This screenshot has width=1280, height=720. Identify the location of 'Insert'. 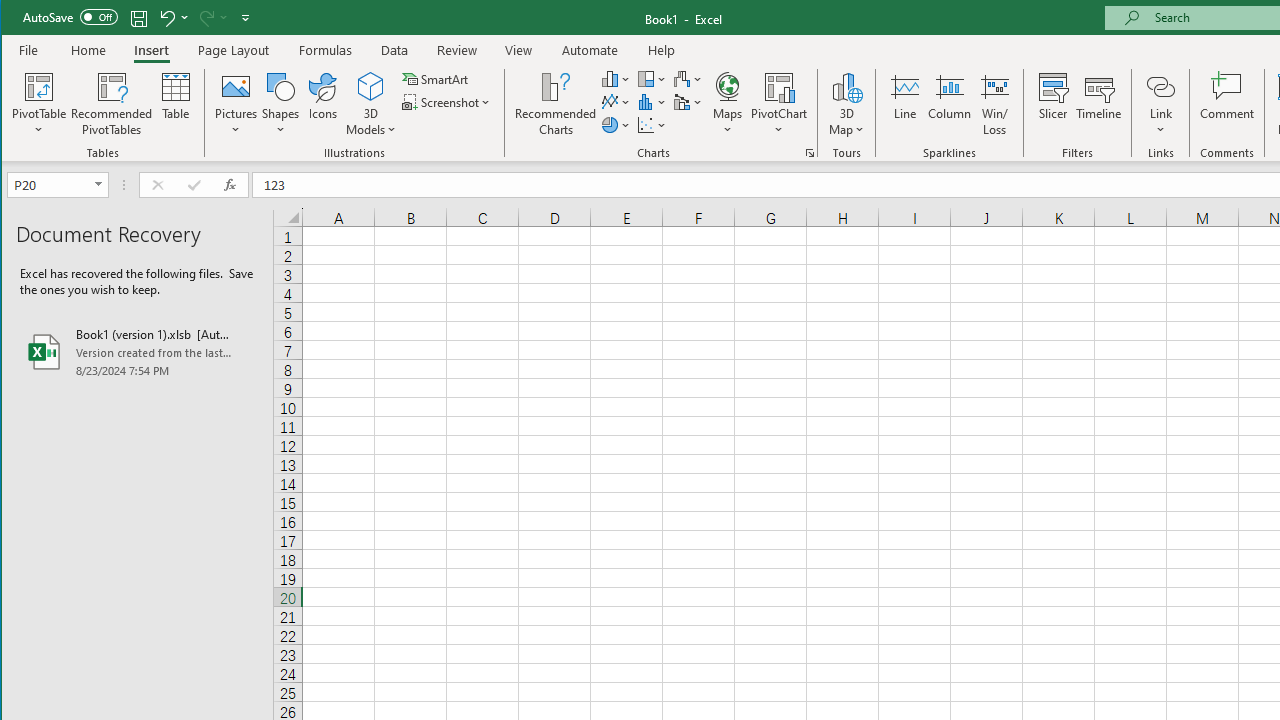
(150, 49).